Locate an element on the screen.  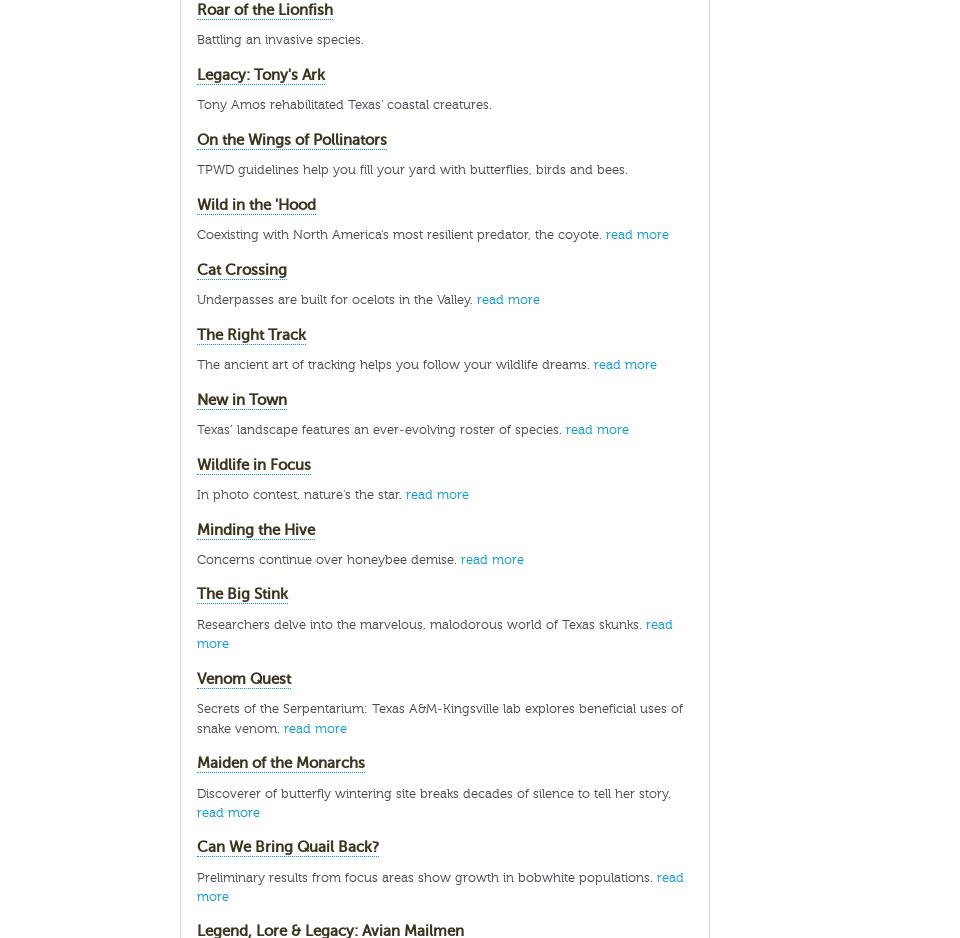
'Tony Amos rehabilitated Texas' coastal creatures.' is located at coordinates (344, 103).